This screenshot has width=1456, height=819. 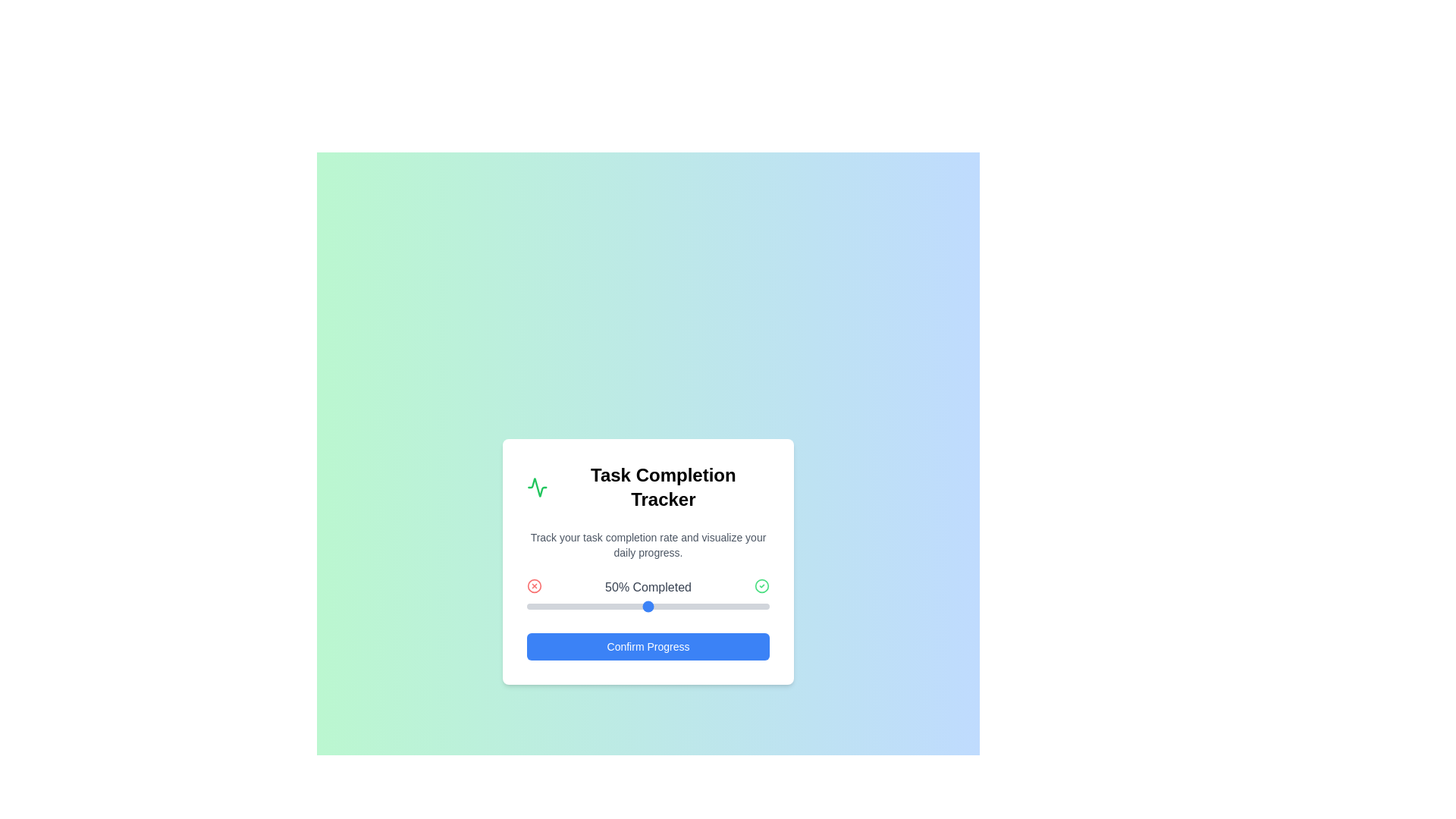 I want to click on the slider to set the progress to 16%, so click(x=565, y=605).